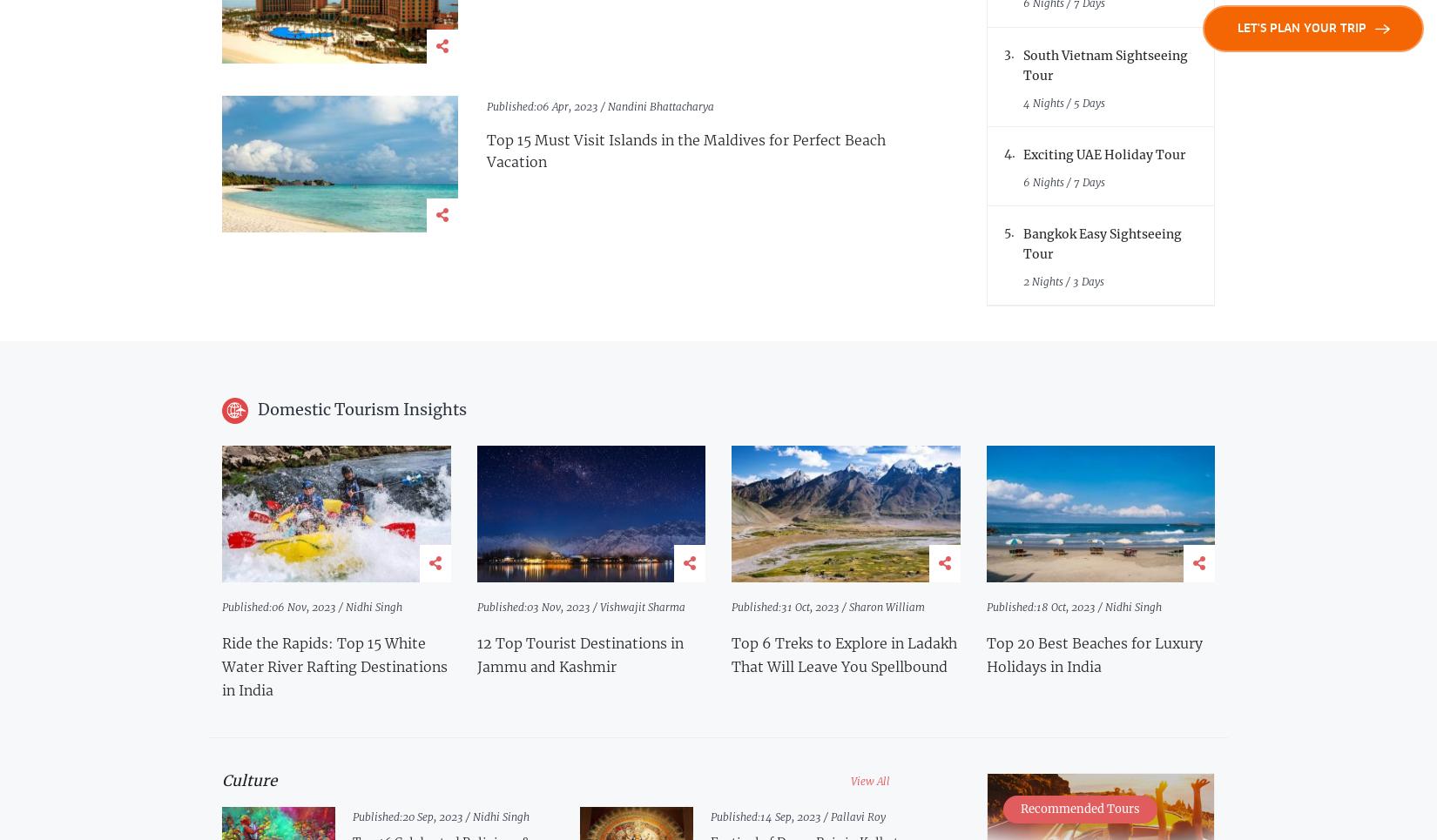  I want to click on 'Bangkok Easy Sightseeing Tour', so click(1102, 243).